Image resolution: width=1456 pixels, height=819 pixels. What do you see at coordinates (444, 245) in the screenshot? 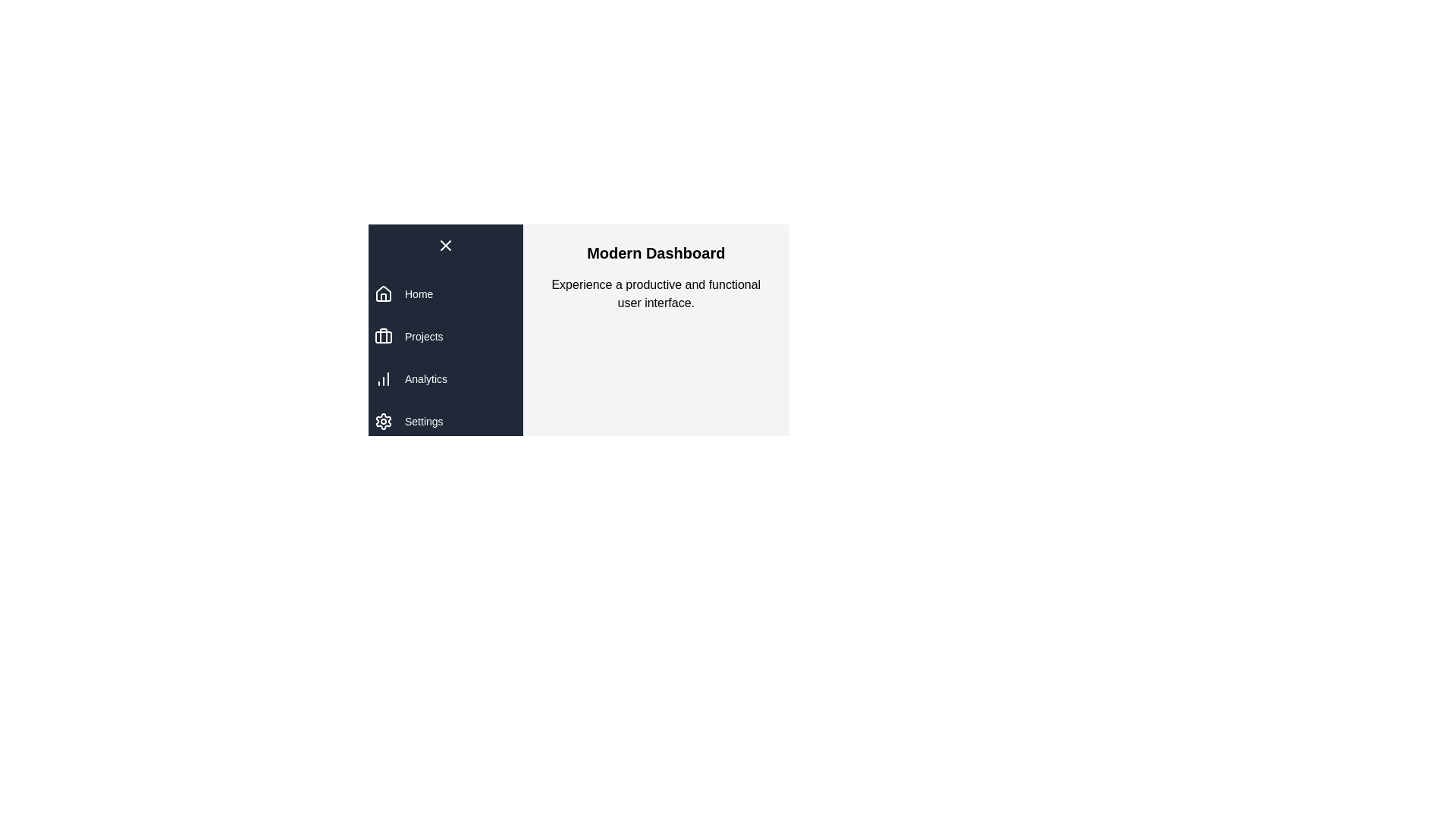
I see `the button with the X or Menu icon to toggle the drawer state` at bounding box center [444, 245].